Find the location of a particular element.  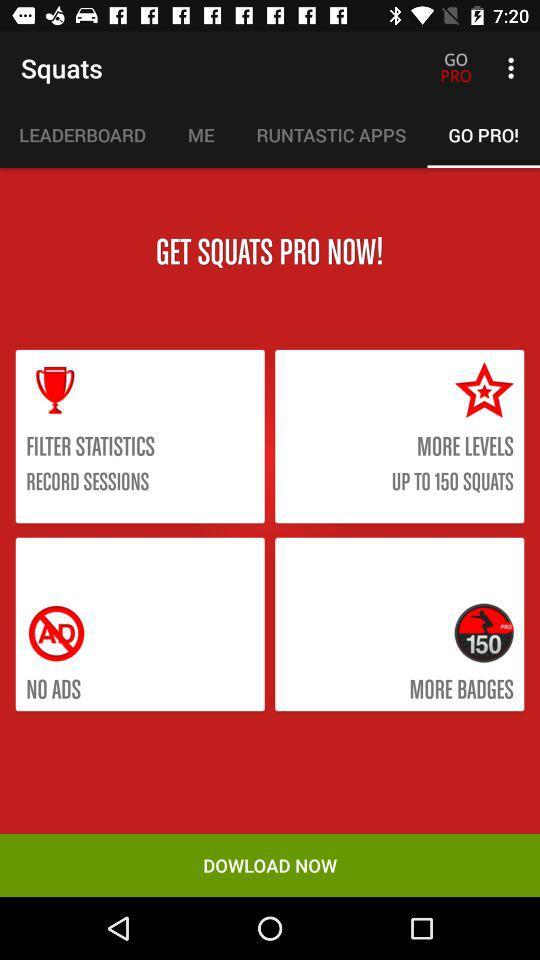

the item to the left of the me icon is located at coordinates (82, 134).